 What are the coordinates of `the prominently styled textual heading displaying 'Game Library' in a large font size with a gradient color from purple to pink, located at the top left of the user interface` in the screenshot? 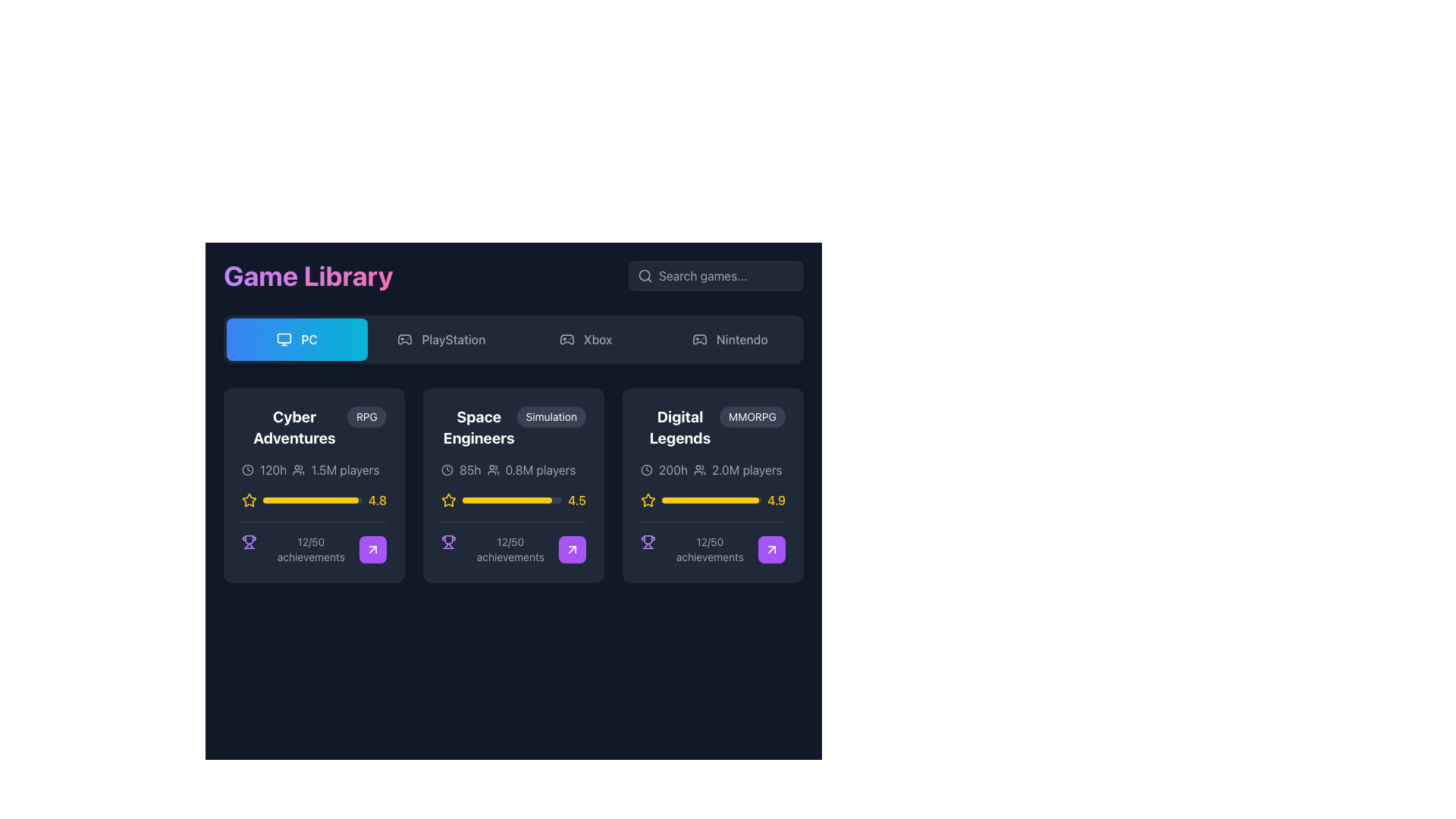 It's located at (307, 275).